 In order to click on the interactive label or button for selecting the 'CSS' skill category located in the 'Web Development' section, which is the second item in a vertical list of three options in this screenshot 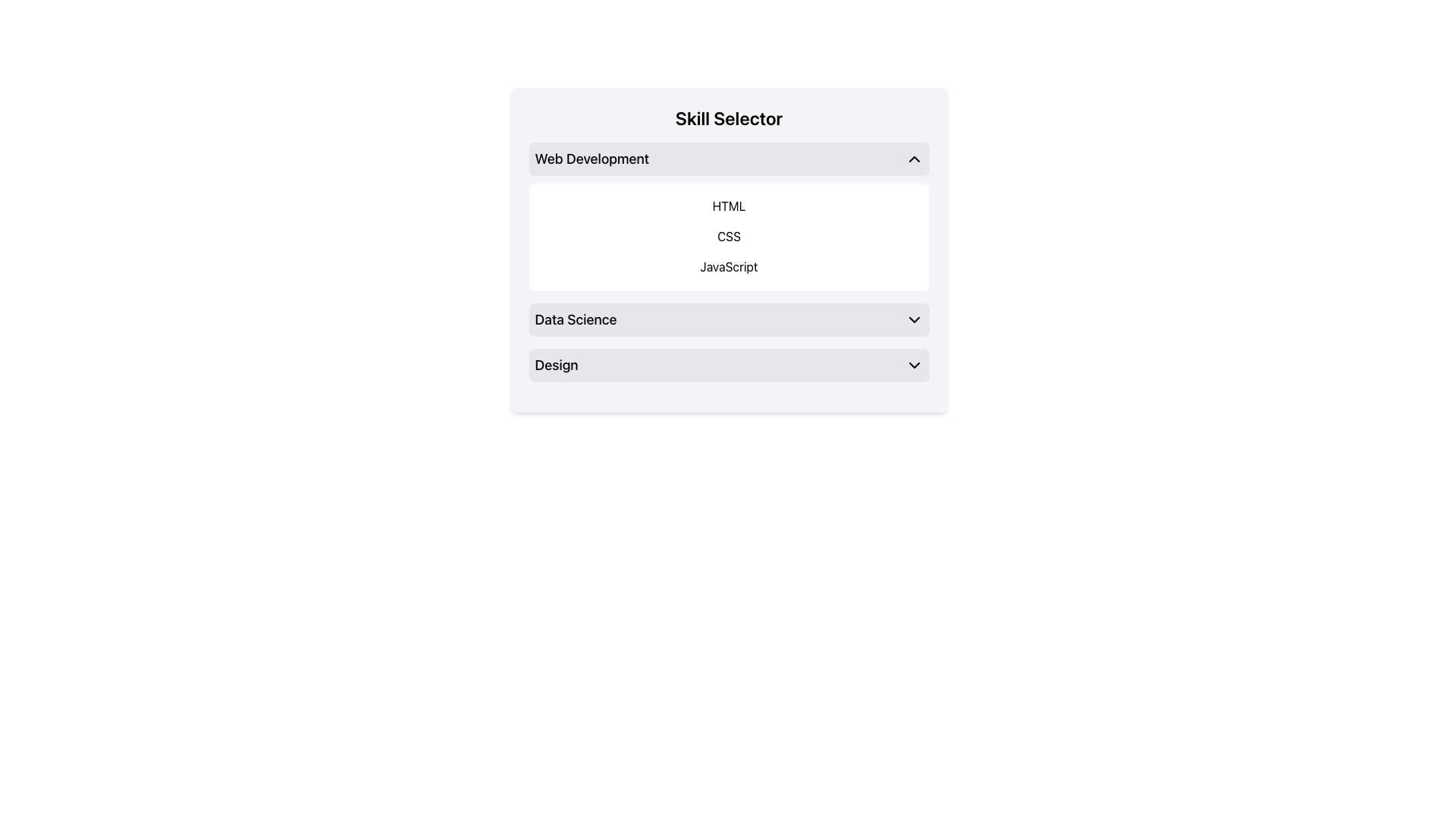, I will do `click(729, 237)`.